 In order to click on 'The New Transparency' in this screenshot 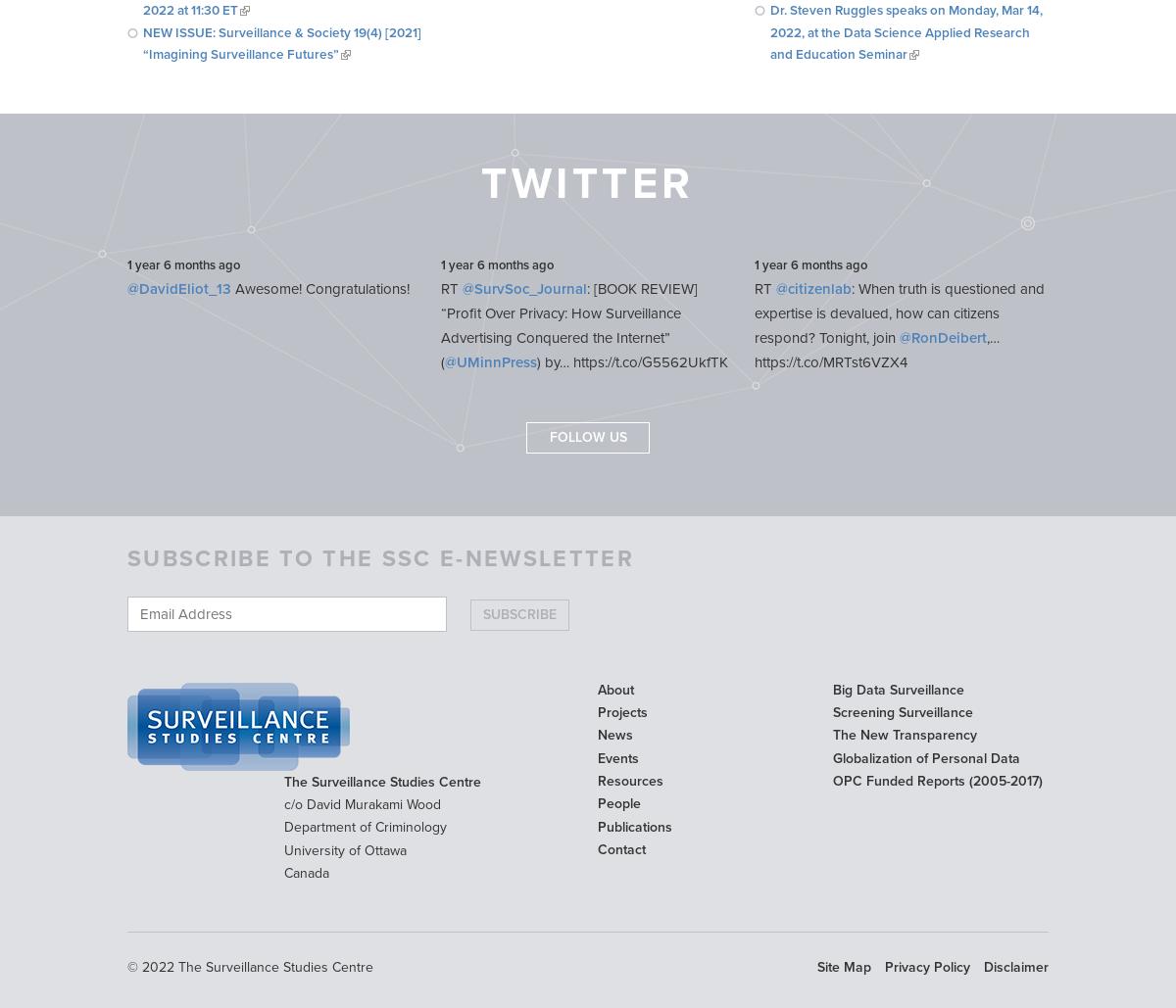, I will do `click(905, 735)`.